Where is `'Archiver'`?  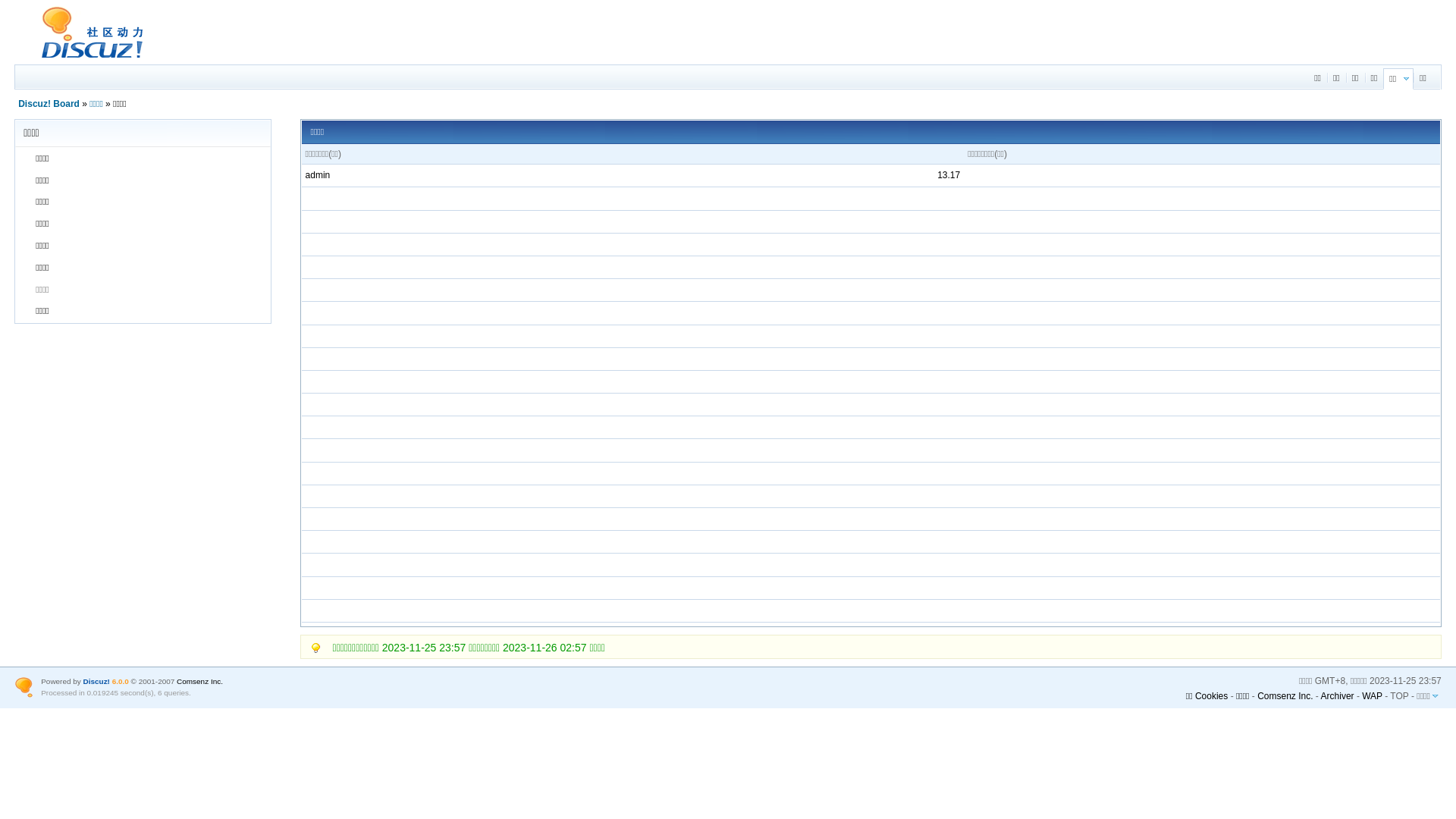 'Archiver' is located at coordinates (1337, 695).